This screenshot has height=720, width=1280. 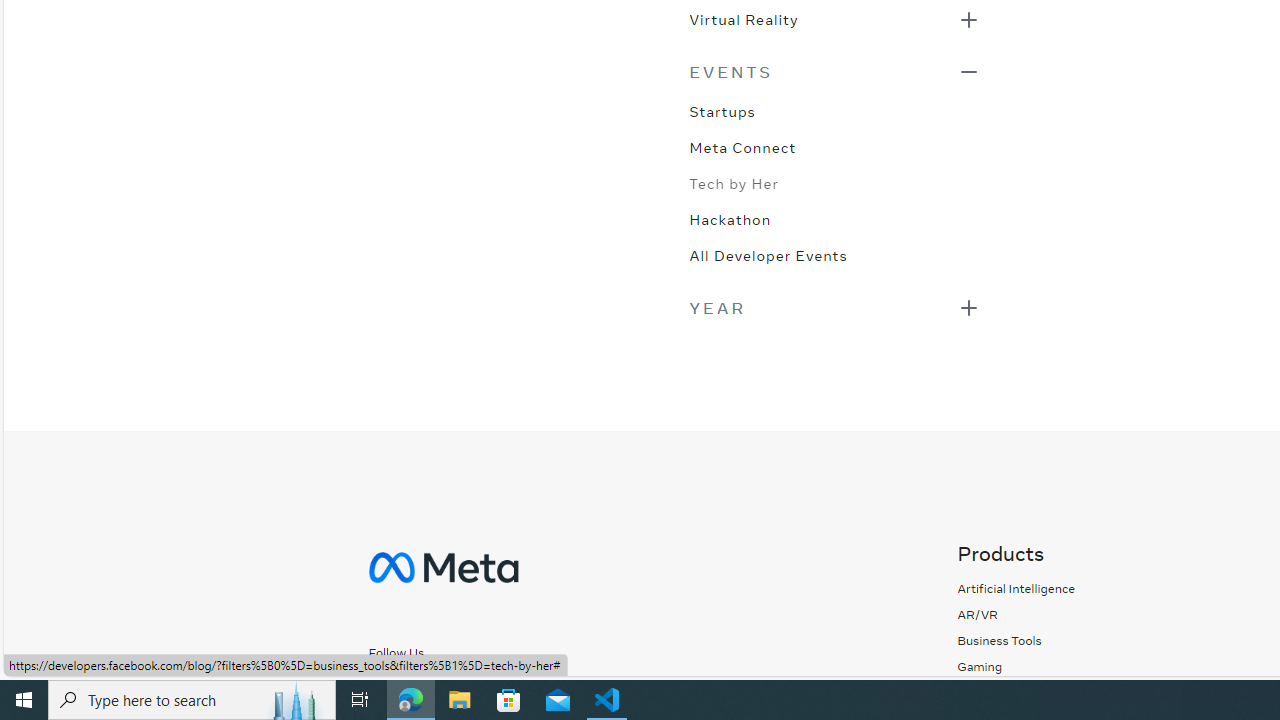 What do you see at coordinates (467, 686) in the screenshot?
I see `'Follow us on Twitter'` at bounding box center [467, 686].